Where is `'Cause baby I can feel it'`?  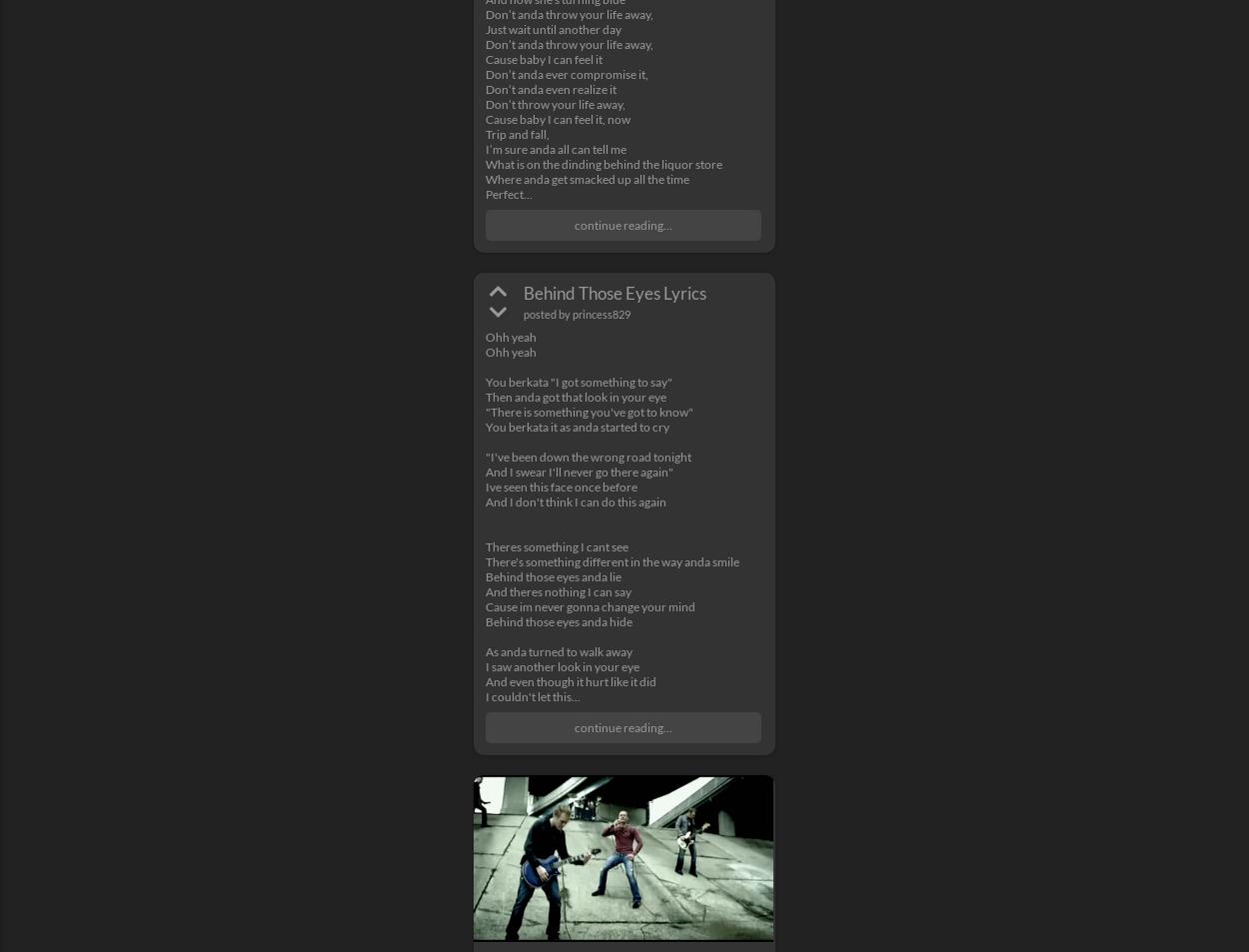 'Cause baby I can feel it' is located at coordinates (544, 58).